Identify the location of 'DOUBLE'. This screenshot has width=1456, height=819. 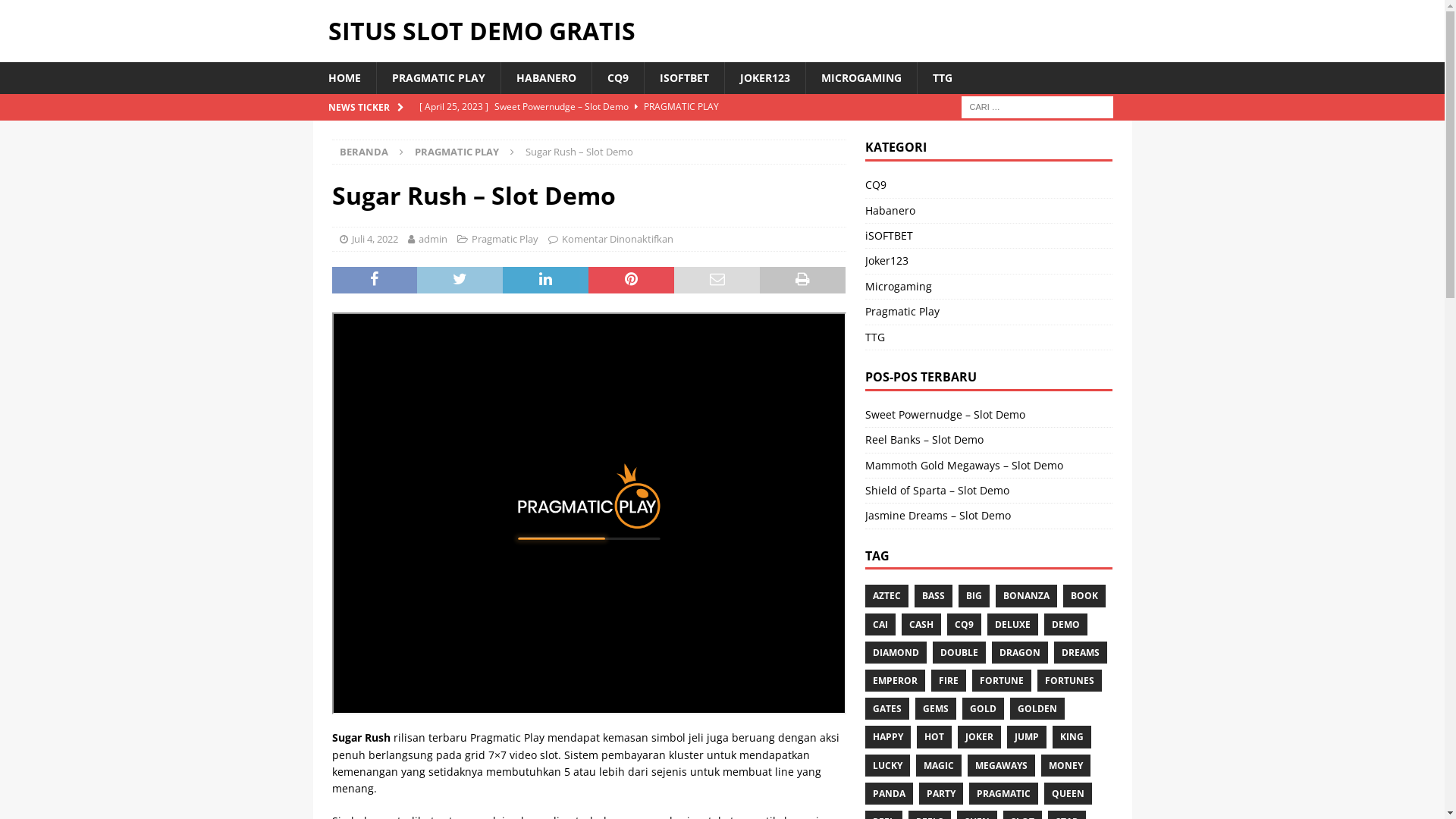
(959, 651).